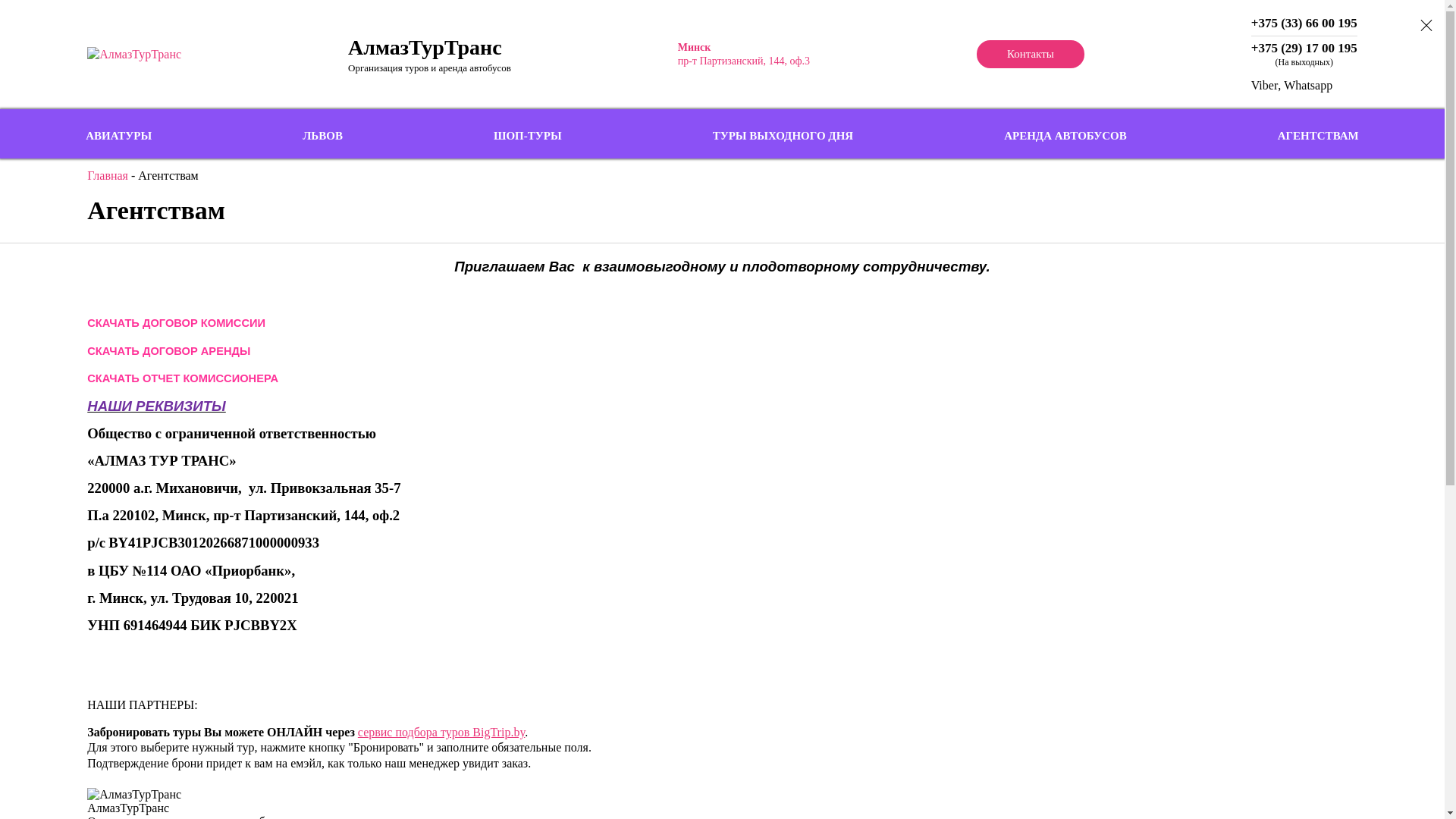 The width and height of the screenshot is (1456, 819). What do you see at coordinates (1303, 23) in the screenshot?
I see `'+375 (33) 66 00 195'` at bounding box center [1303, 23].